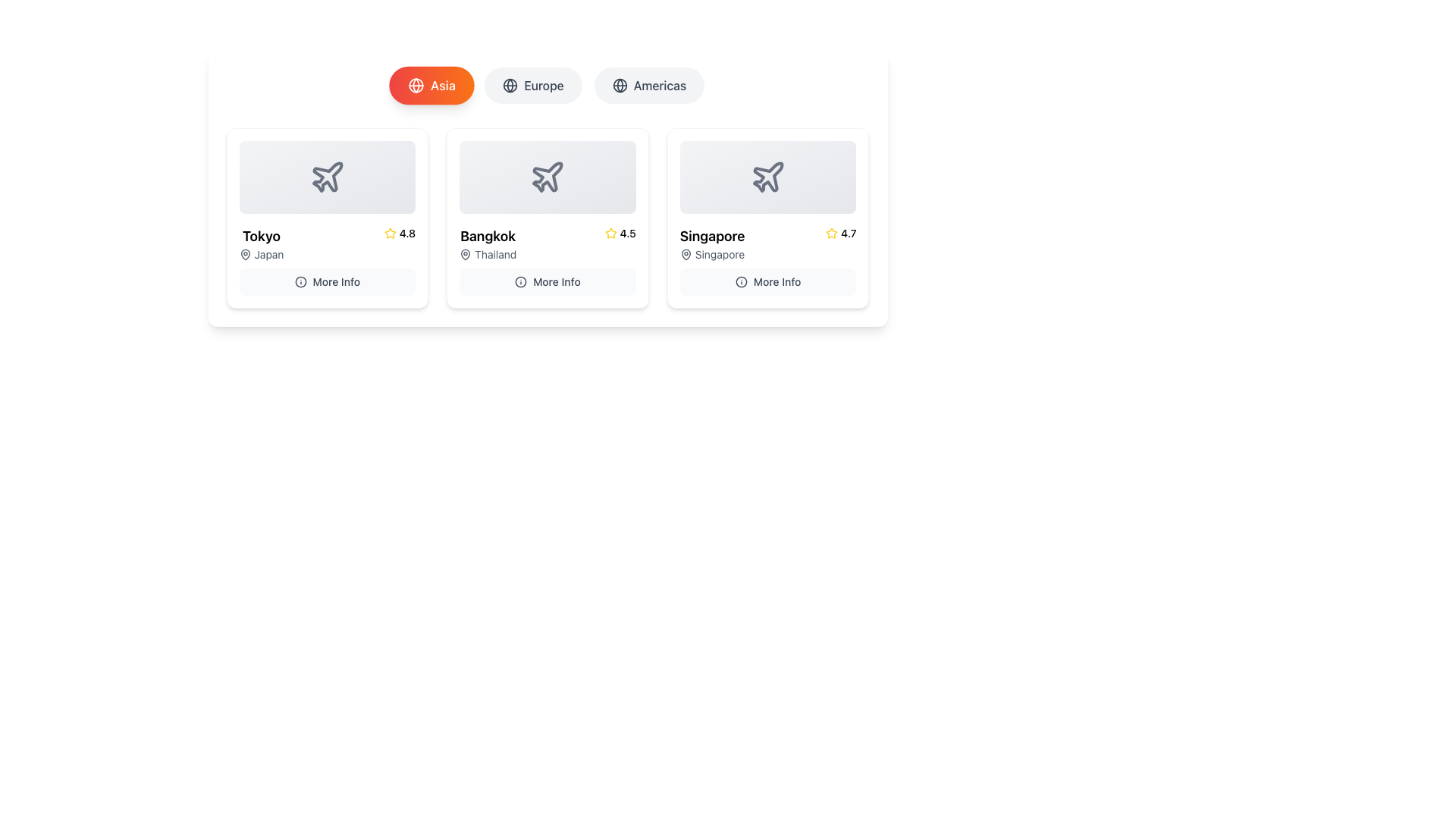 Image resolution: width=1456 pixels, height=819 pixels. Describe the element at coordinates (416, 85) in the screenshot. I see `the circle element representing a globe icon, which is part of an SVG graphic located near the top of the interface` at that location.